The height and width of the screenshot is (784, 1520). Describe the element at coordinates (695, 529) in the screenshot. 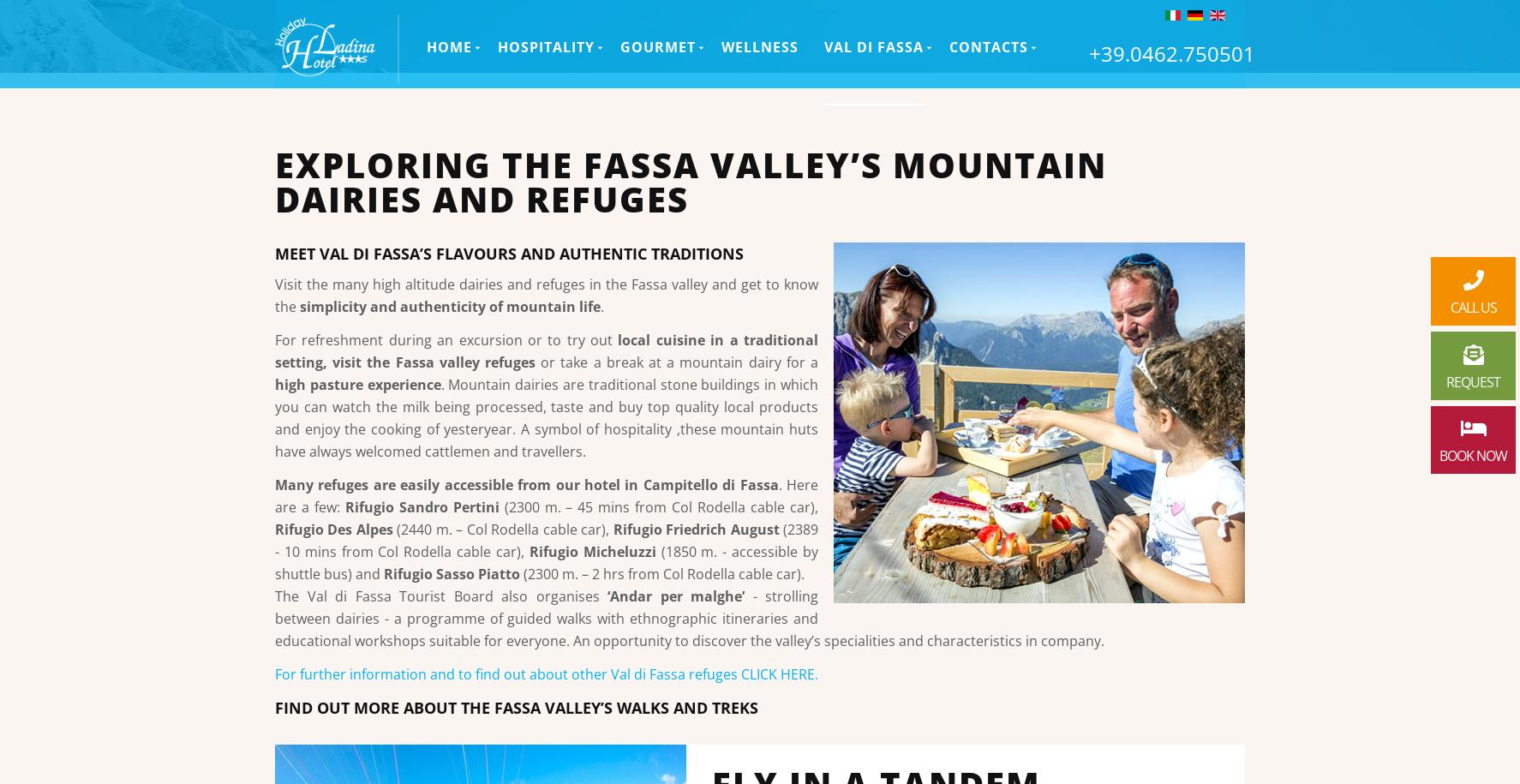

I see `'Rifugio Friedrich August'` at that location.